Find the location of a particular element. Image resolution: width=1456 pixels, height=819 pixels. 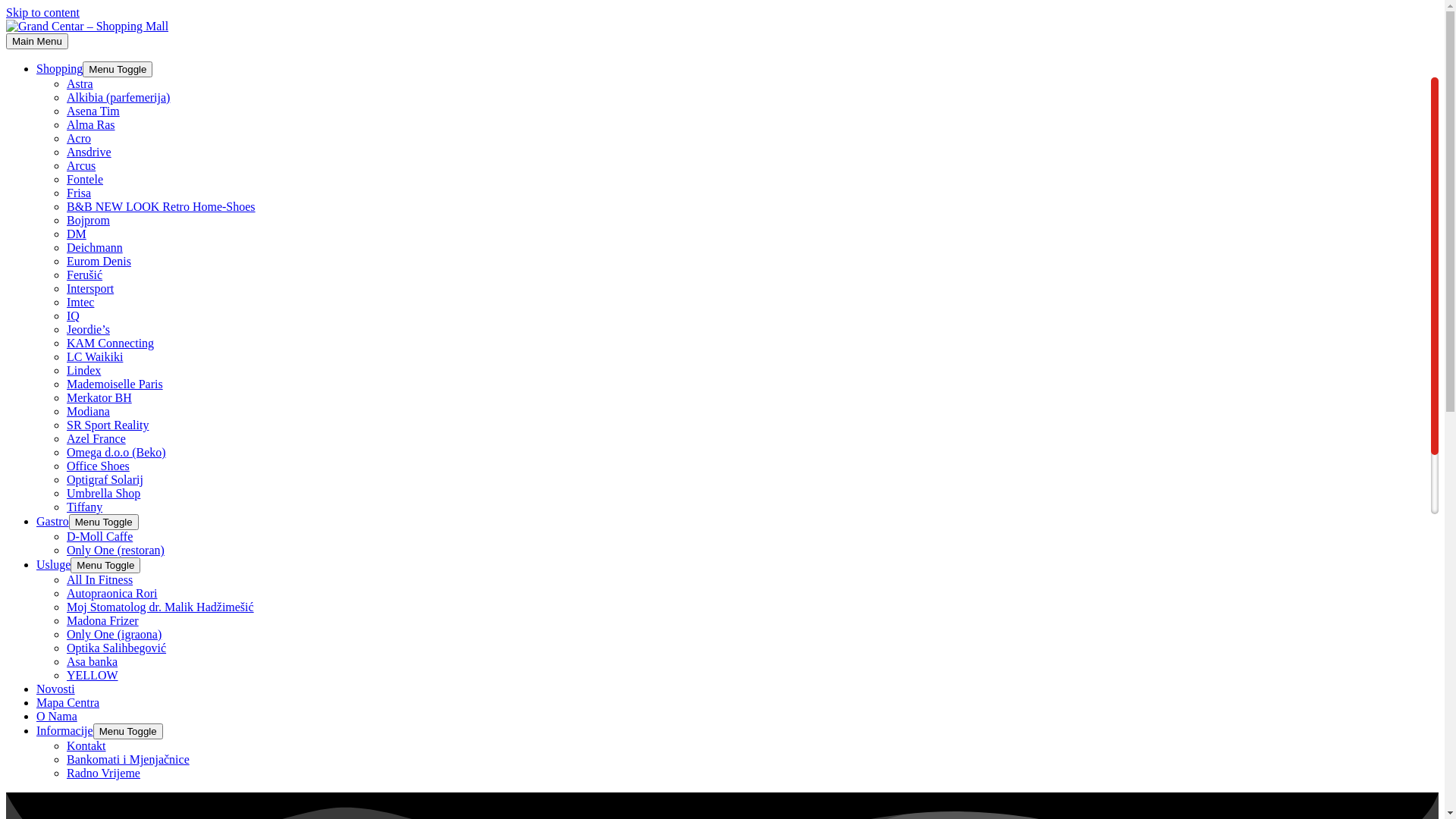

'Fontele' is located at coordinates (83, 178).